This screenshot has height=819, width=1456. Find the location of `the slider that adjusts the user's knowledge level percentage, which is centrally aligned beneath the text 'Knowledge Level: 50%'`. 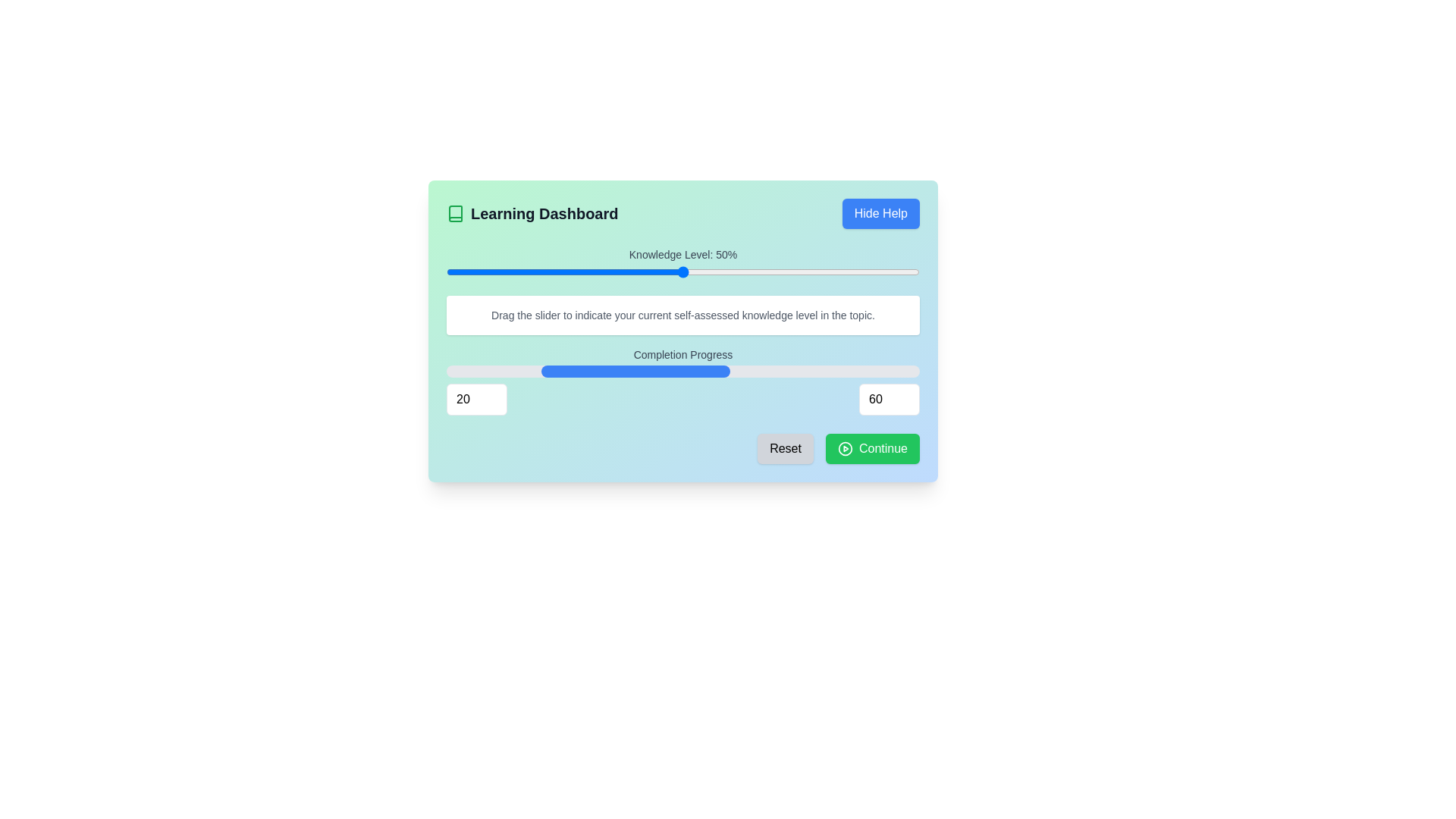

the slider that adjusts the user's knowledge level percentage, which is centrally aligned beneath the text 'Knowledge Level: 50%' is located at coordinates (682, 271).